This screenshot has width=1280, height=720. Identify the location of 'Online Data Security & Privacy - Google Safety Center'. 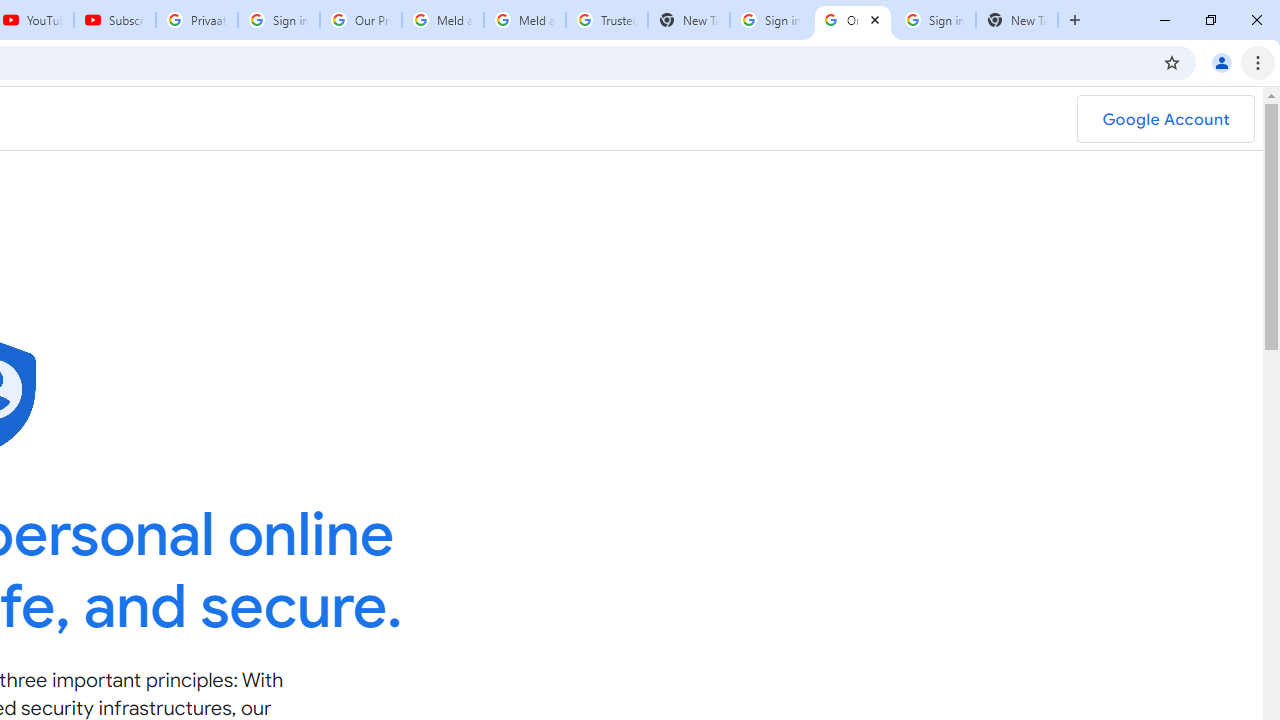
(852, 20).